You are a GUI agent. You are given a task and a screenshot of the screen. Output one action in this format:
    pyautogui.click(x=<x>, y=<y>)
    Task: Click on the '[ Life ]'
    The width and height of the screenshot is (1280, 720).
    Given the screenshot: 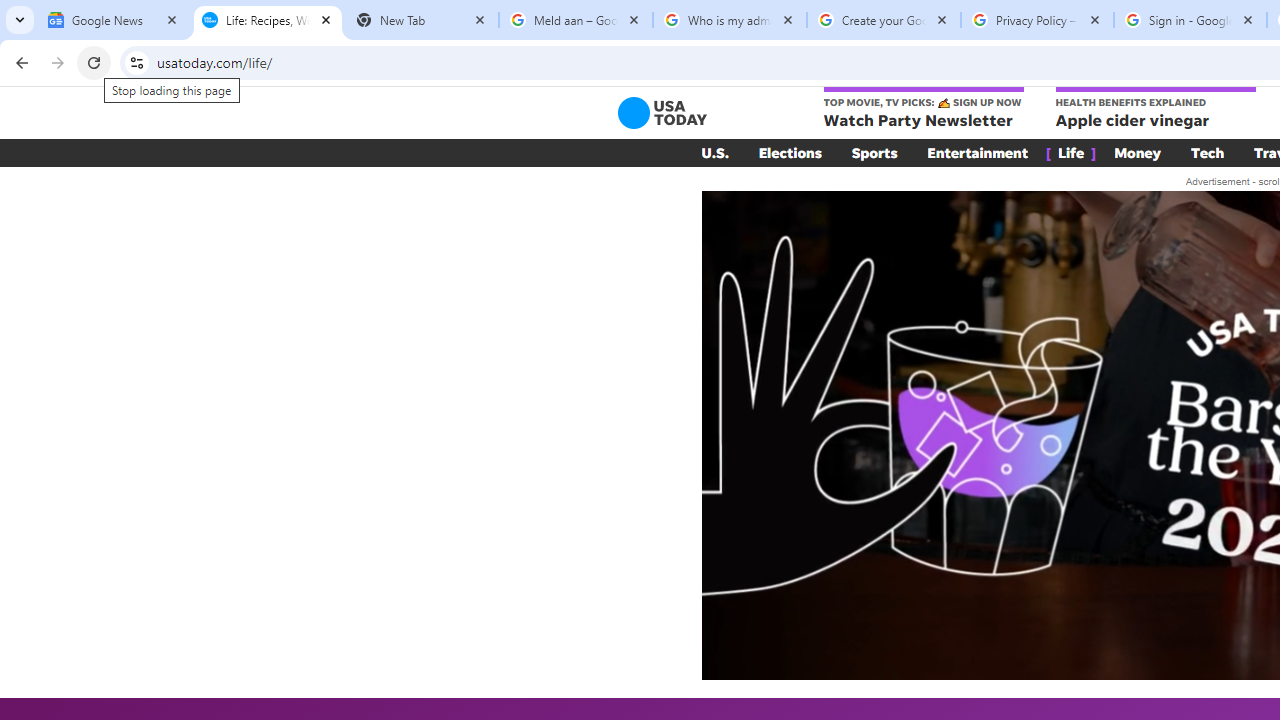 What is the action you would take?
    pyautogui.click(x=1070, y=152)
    